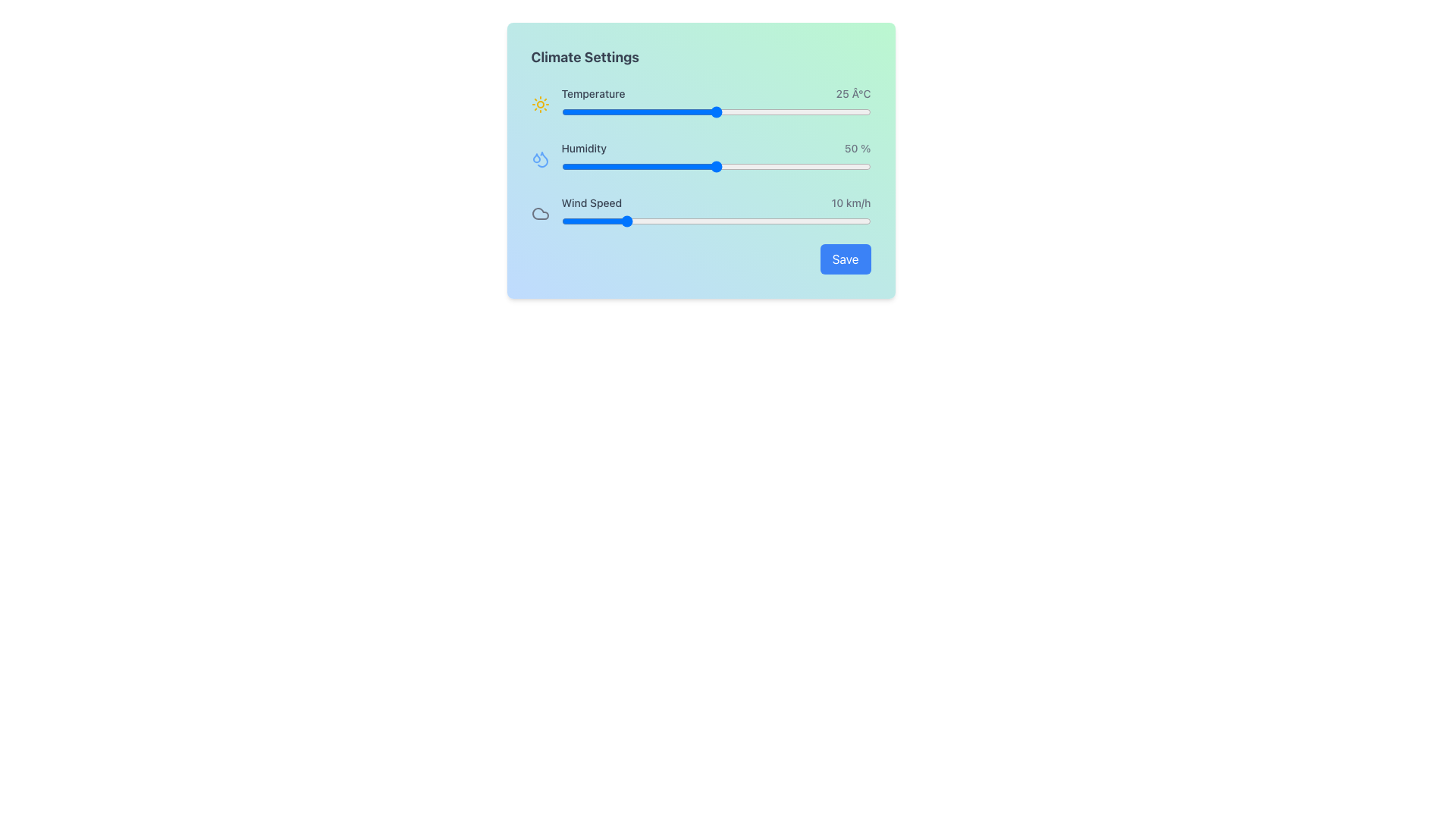  Describe the element at coordinates (718, 166) in the screenshot. I see `humidity` at that location.